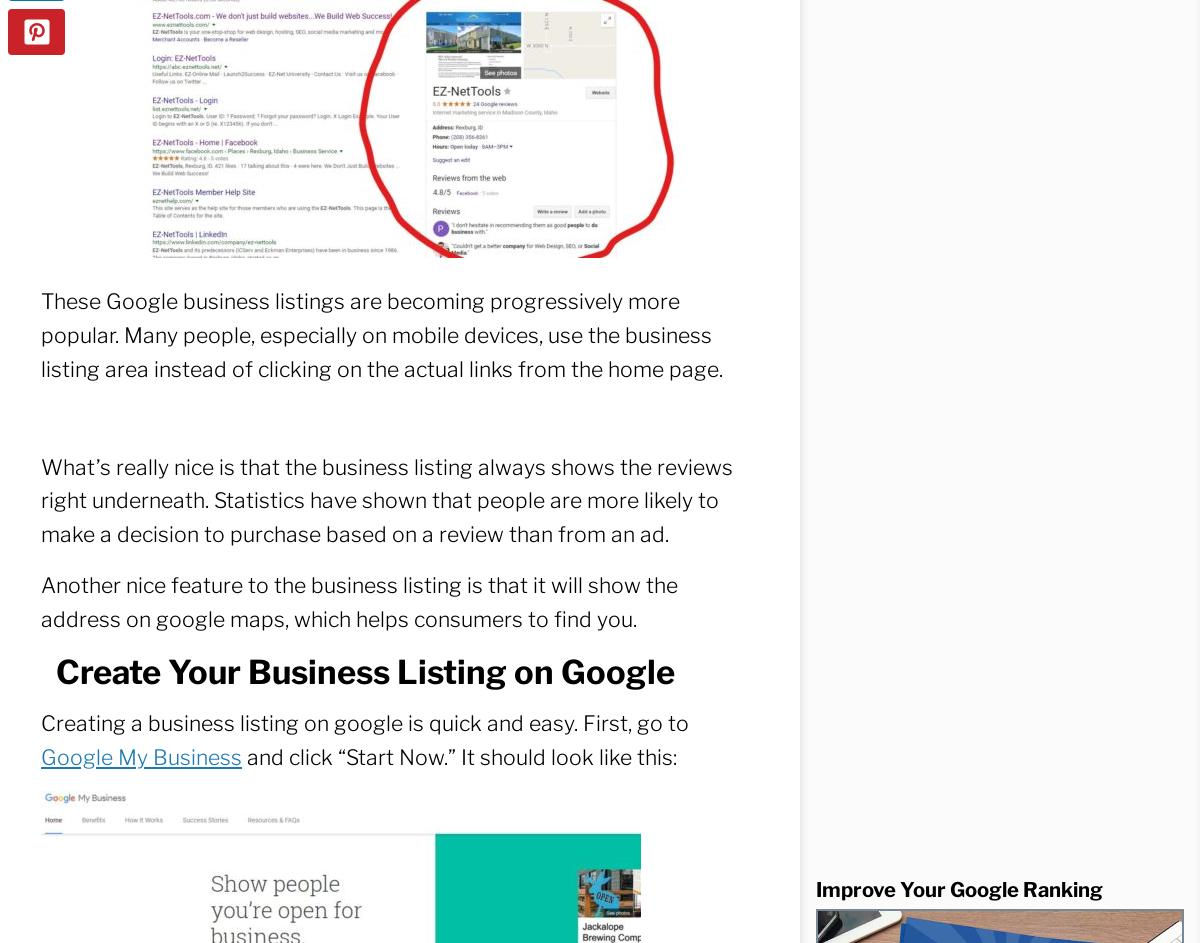 The width and height of the screenshot is (1200, 943). I want to click on 'How can we serve you better?', so click(598, 532).